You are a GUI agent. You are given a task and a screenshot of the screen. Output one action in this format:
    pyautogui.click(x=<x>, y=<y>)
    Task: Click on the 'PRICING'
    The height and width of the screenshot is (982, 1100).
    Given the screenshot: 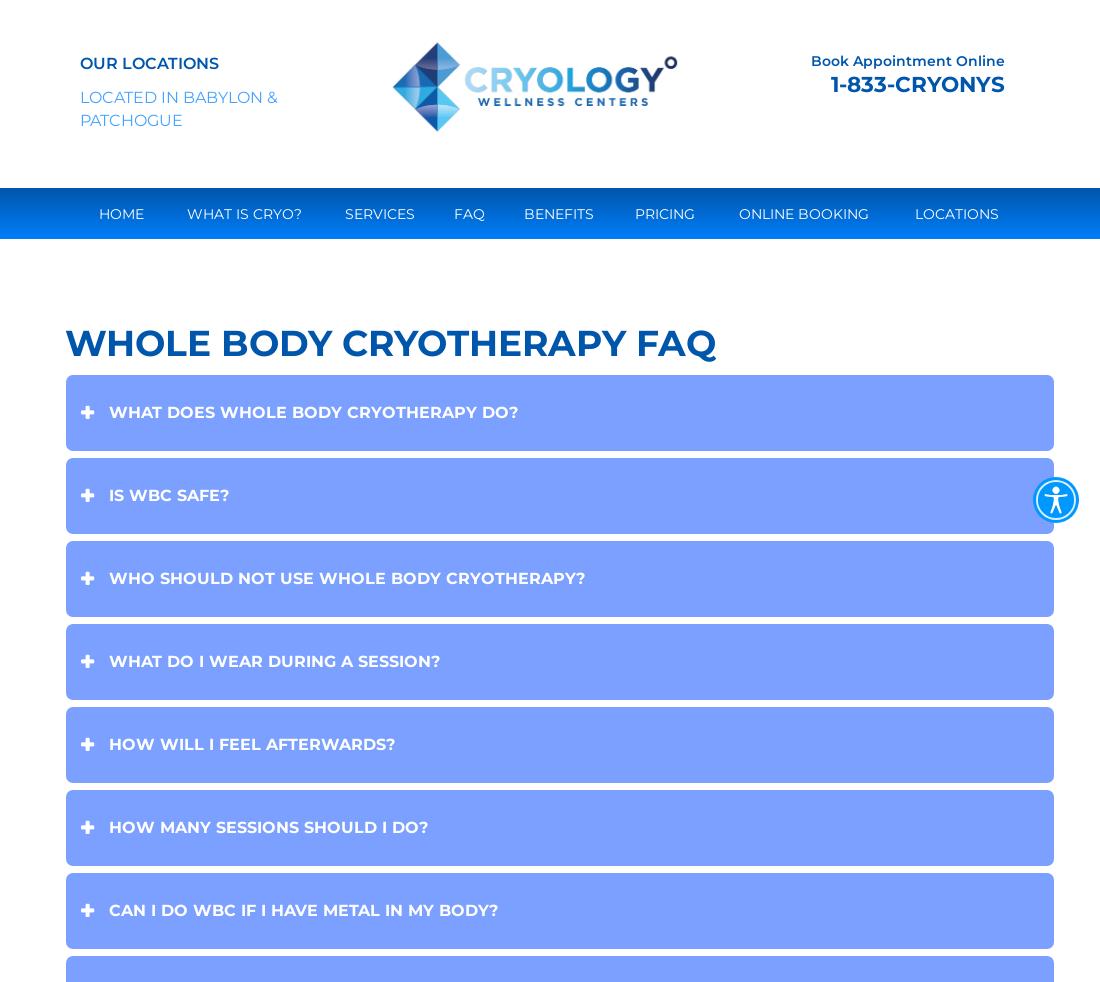 What is the action you would take?
    pyautogui.click(x=635, y=212)
    